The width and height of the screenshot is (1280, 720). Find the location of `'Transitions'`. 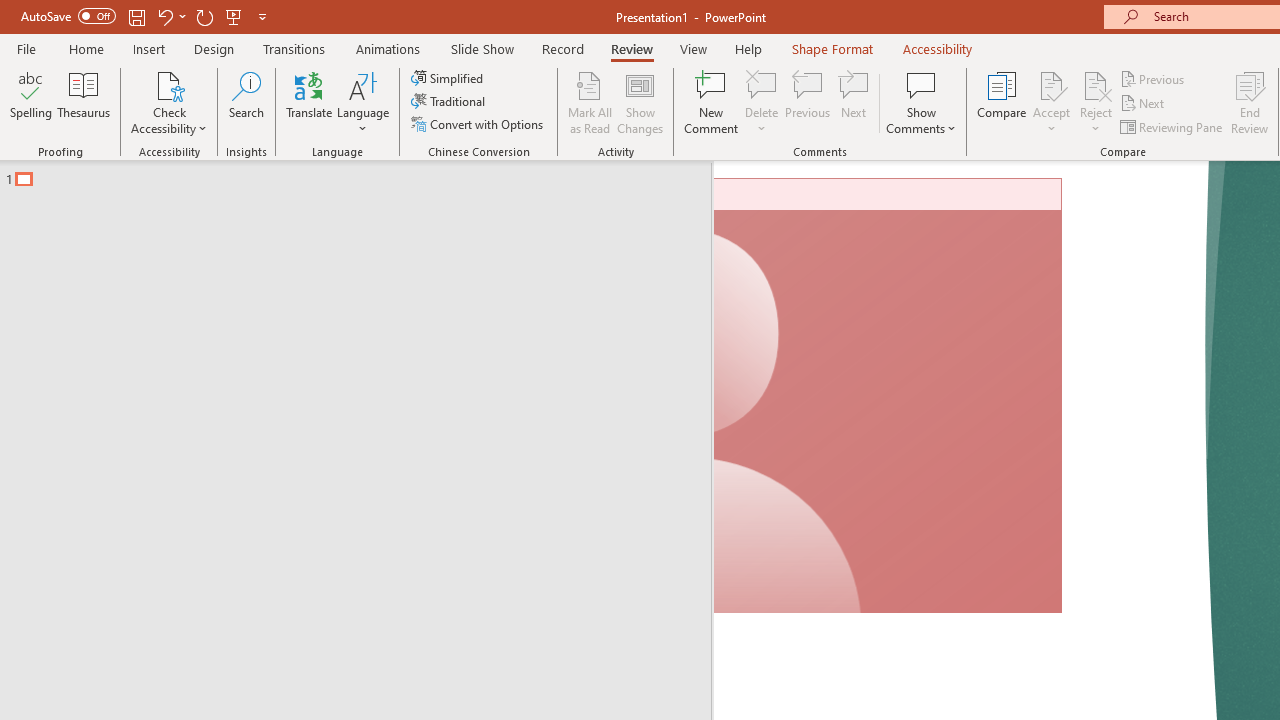

'Transitions' is located at coordinates (294, 48).